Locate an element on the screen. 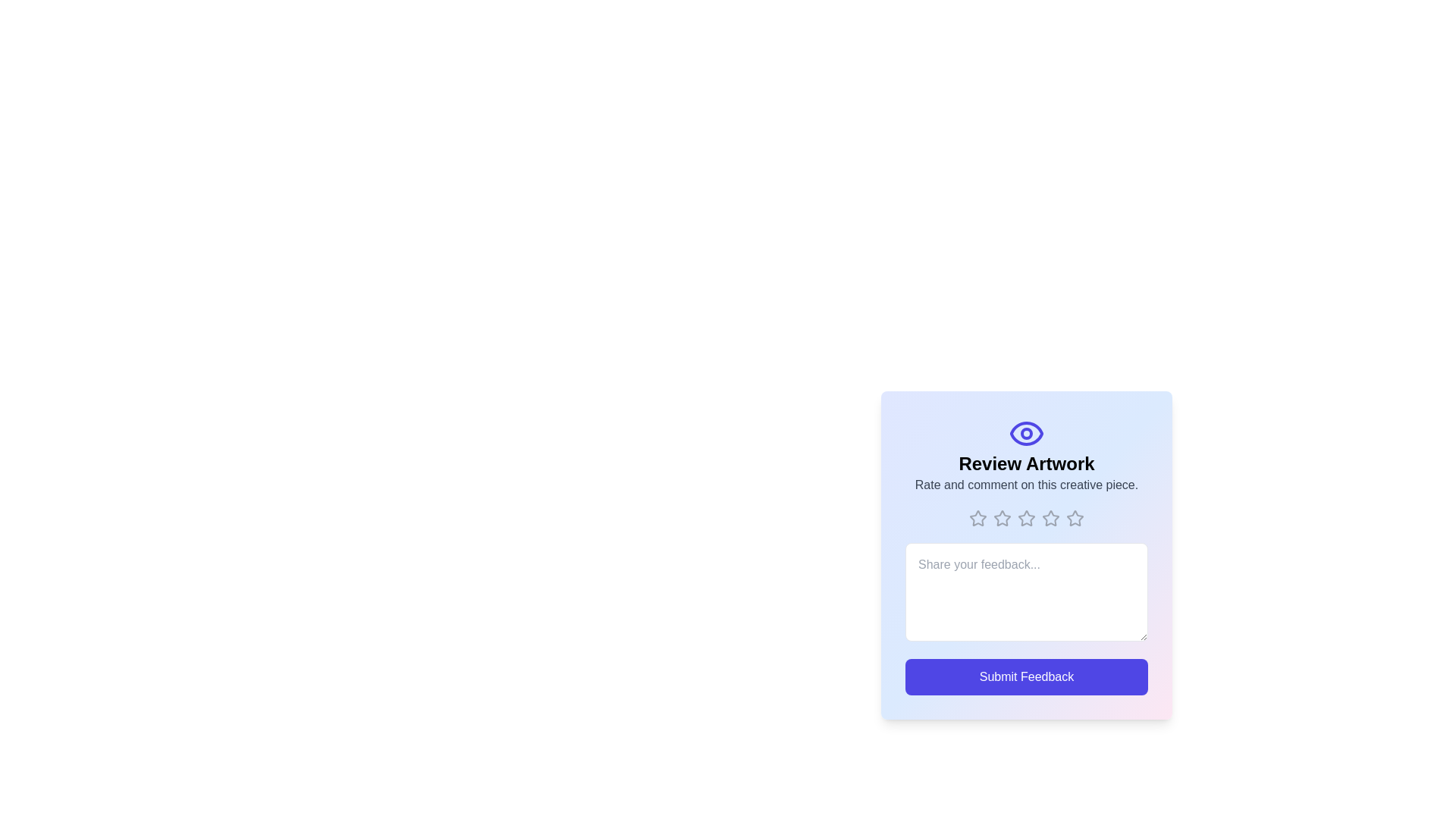 The height and width of the screenshot is (819, 1456). the 'Submit Feedback' button to submit the feedback is located at coordinates (1026, 676).